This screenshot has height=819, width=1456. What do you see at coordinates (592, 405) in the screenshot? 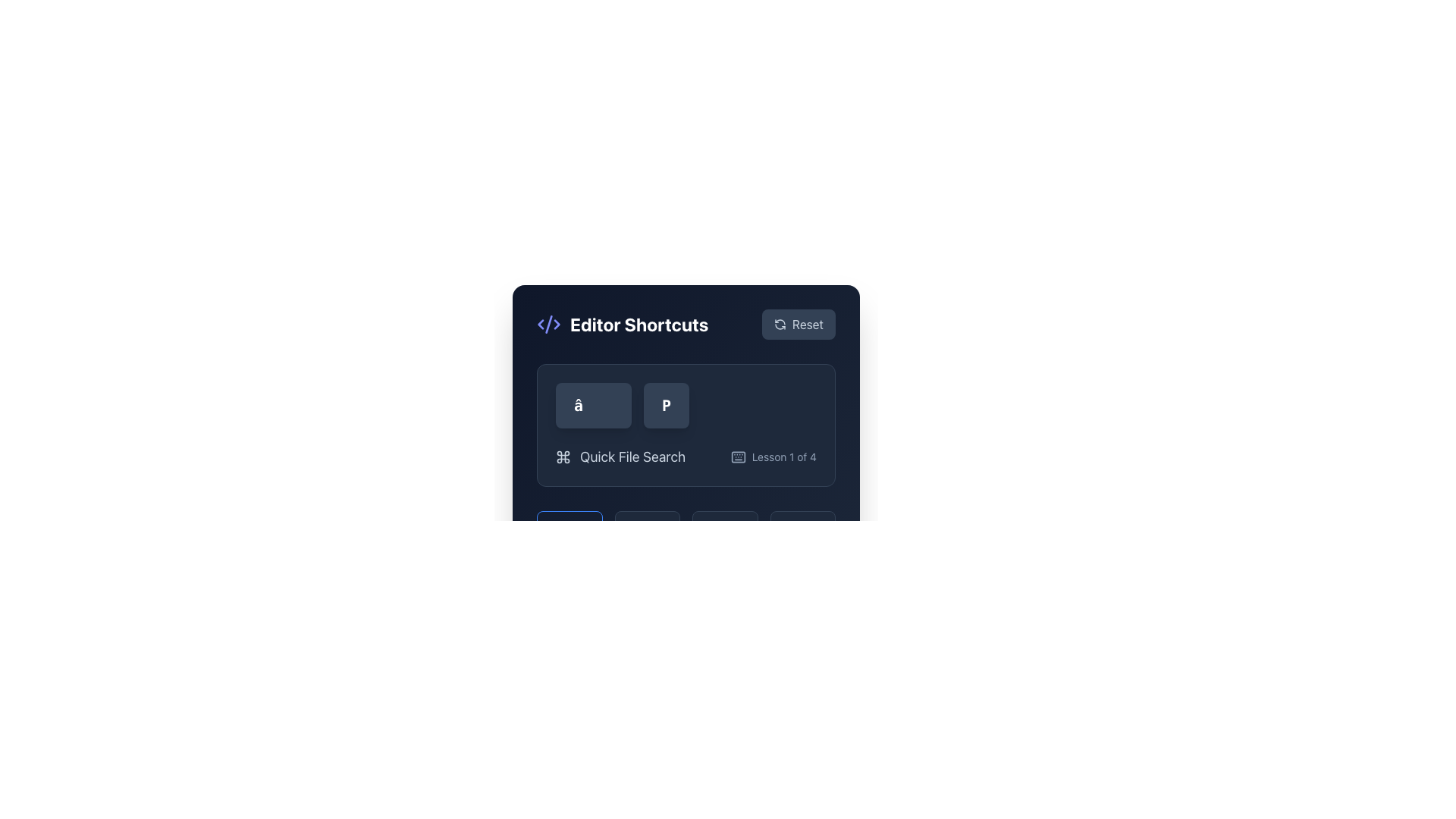
I see `the first button with the character '⌘' located in the 'Editor Shortcuts' box` at bounding box center [592, 405].